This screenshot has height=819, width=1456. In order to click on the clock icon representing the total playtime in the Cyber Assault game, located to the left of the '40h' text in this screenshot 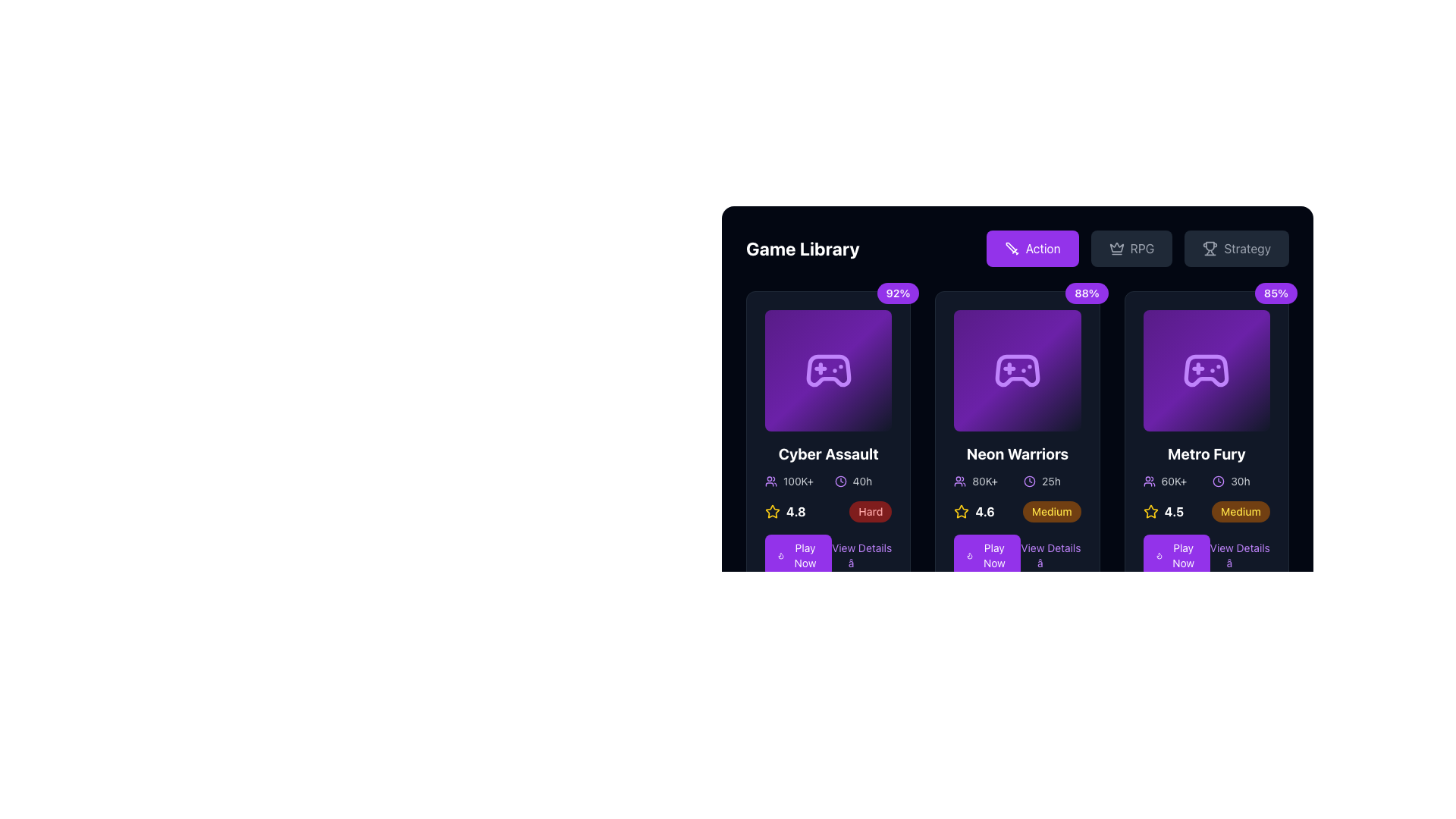, I will do `click(839, 482)`.